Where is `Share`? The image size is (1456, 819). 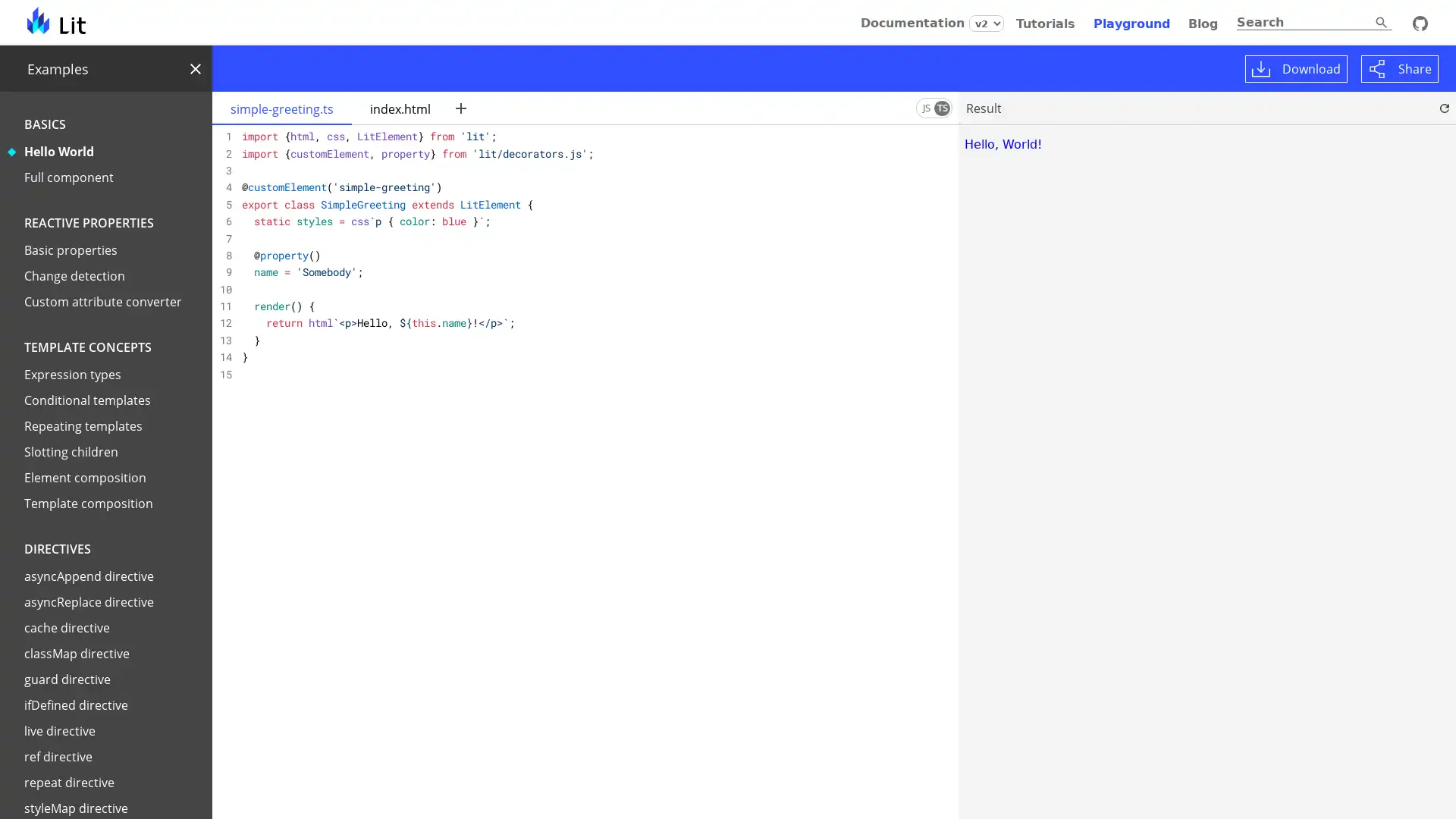 Share is located at coordinates (1398, 67).